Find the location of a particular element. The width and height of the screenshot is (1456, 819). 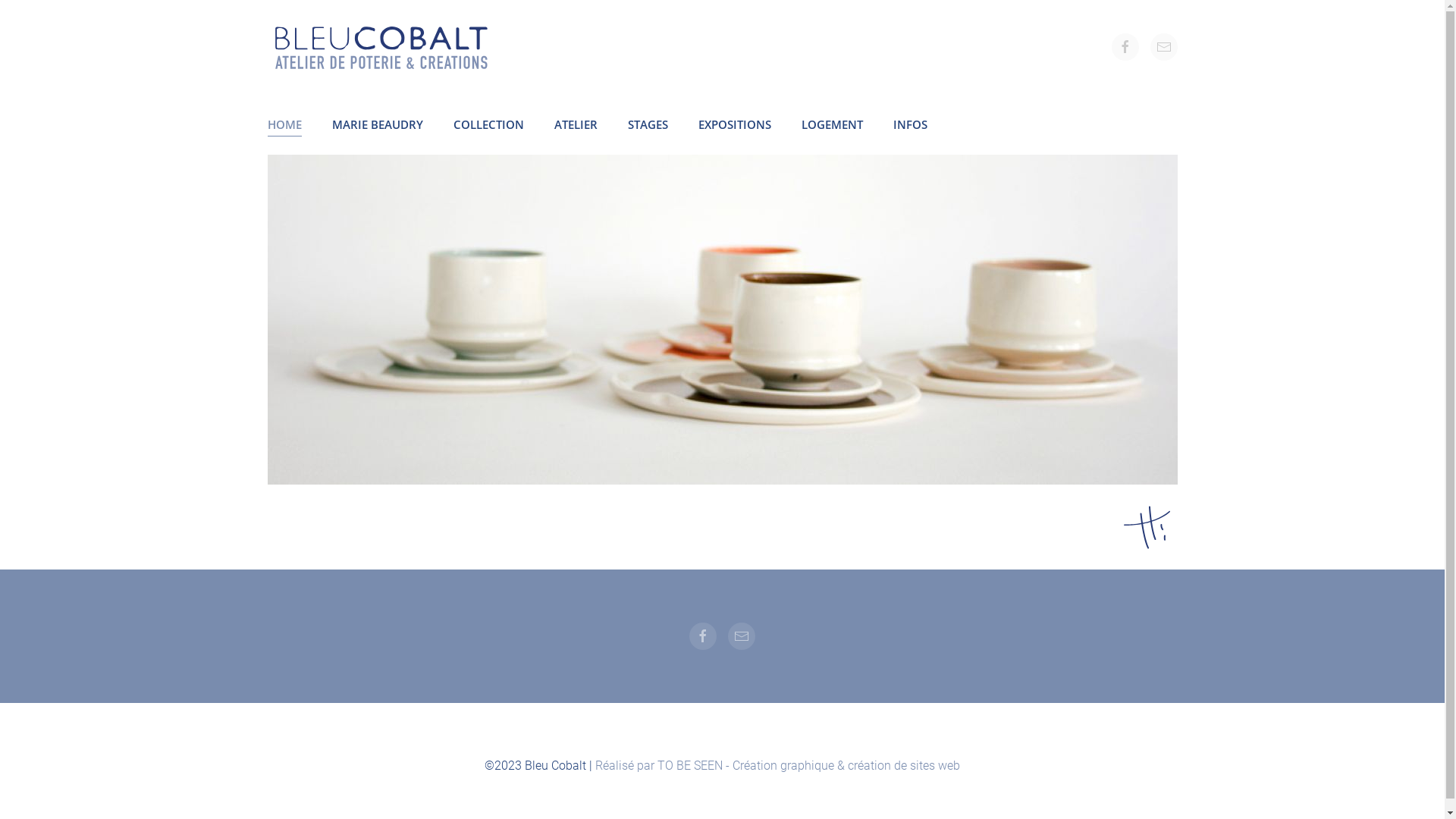

'INFOS' is located at coordinates (910, 124).